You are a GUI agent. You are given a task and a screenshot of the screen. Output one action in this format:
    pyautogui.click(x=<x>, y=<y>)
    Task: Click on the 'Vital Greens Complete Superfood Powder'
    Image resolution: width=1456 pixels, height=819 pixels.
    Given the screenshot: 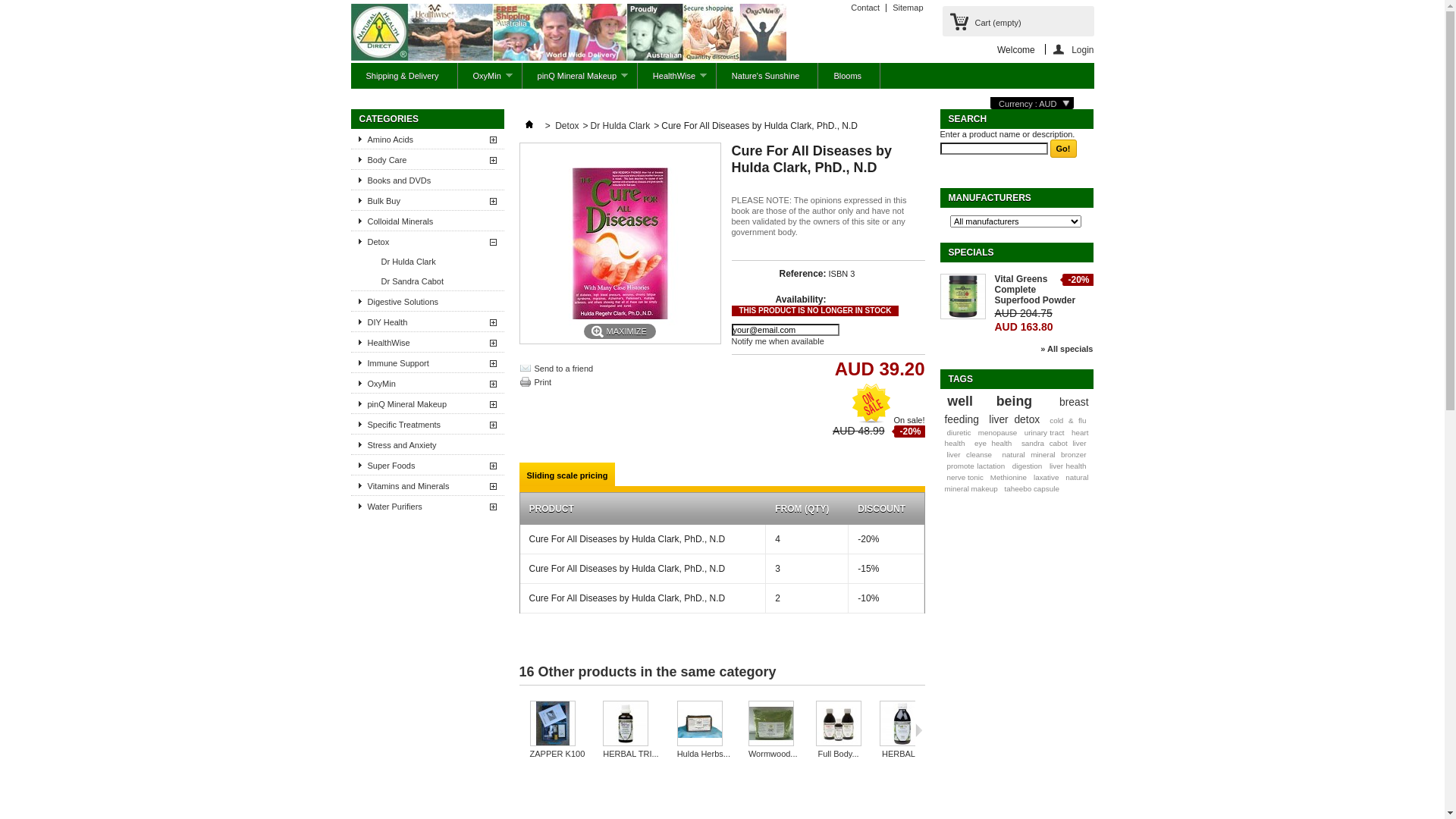 What is the action you would take?
    pyautogui.click(x=962, y=296)
    